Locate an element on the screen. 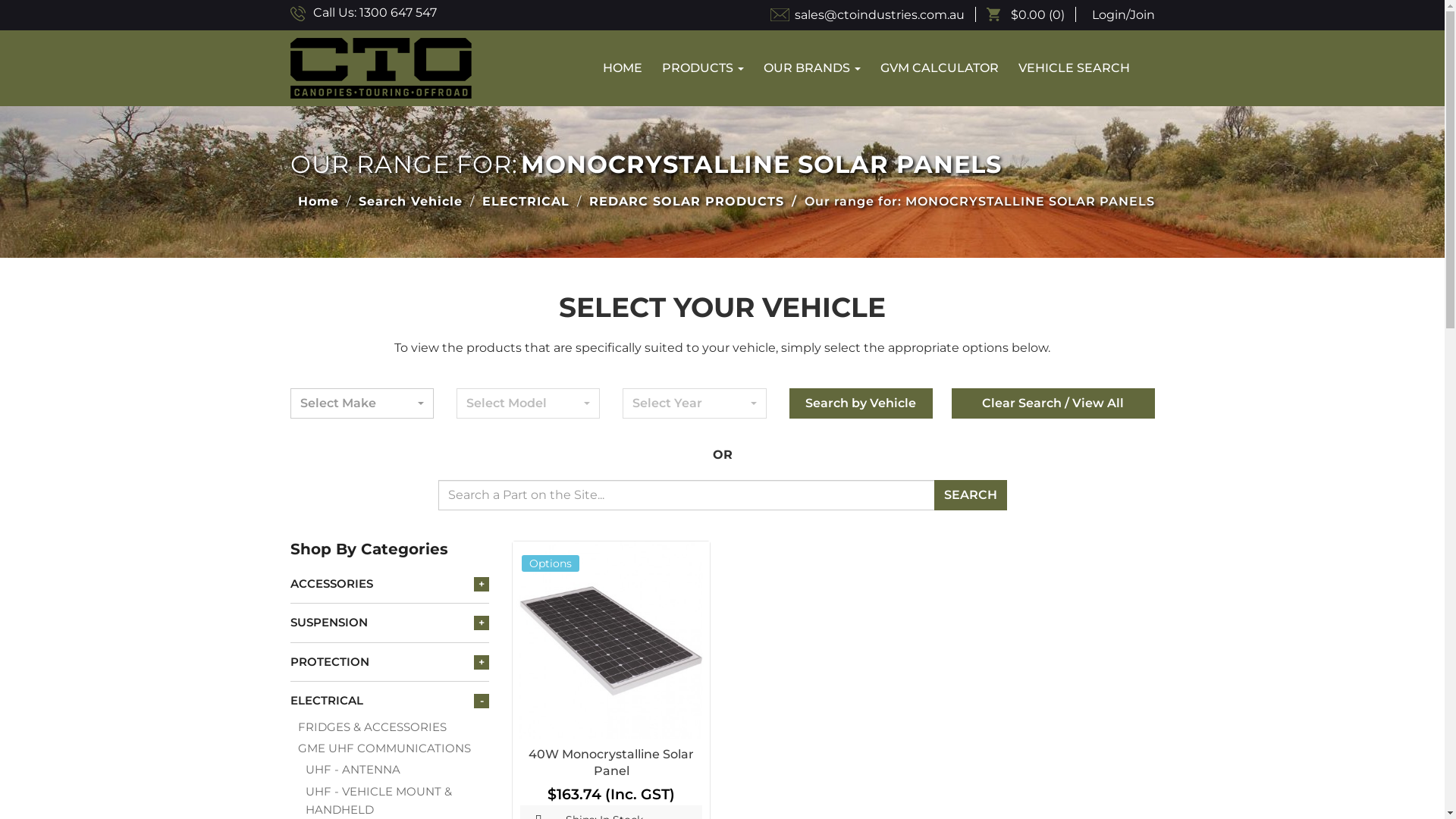  'Search Vehicle' is located at coordinates (409, 200).